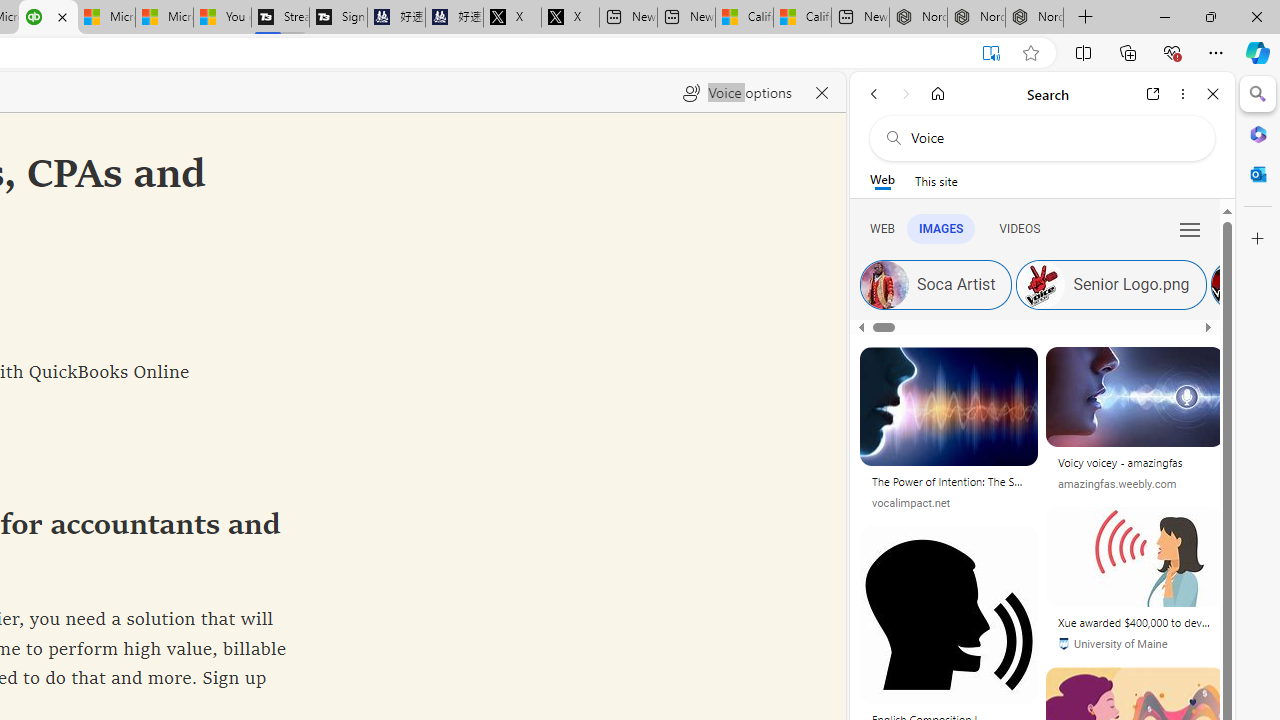  What do you see at coordinates (1135, 462) in the screenshot?
I see `'Voicy voicey - amazingfas'` at bounding box center [1135, 462].